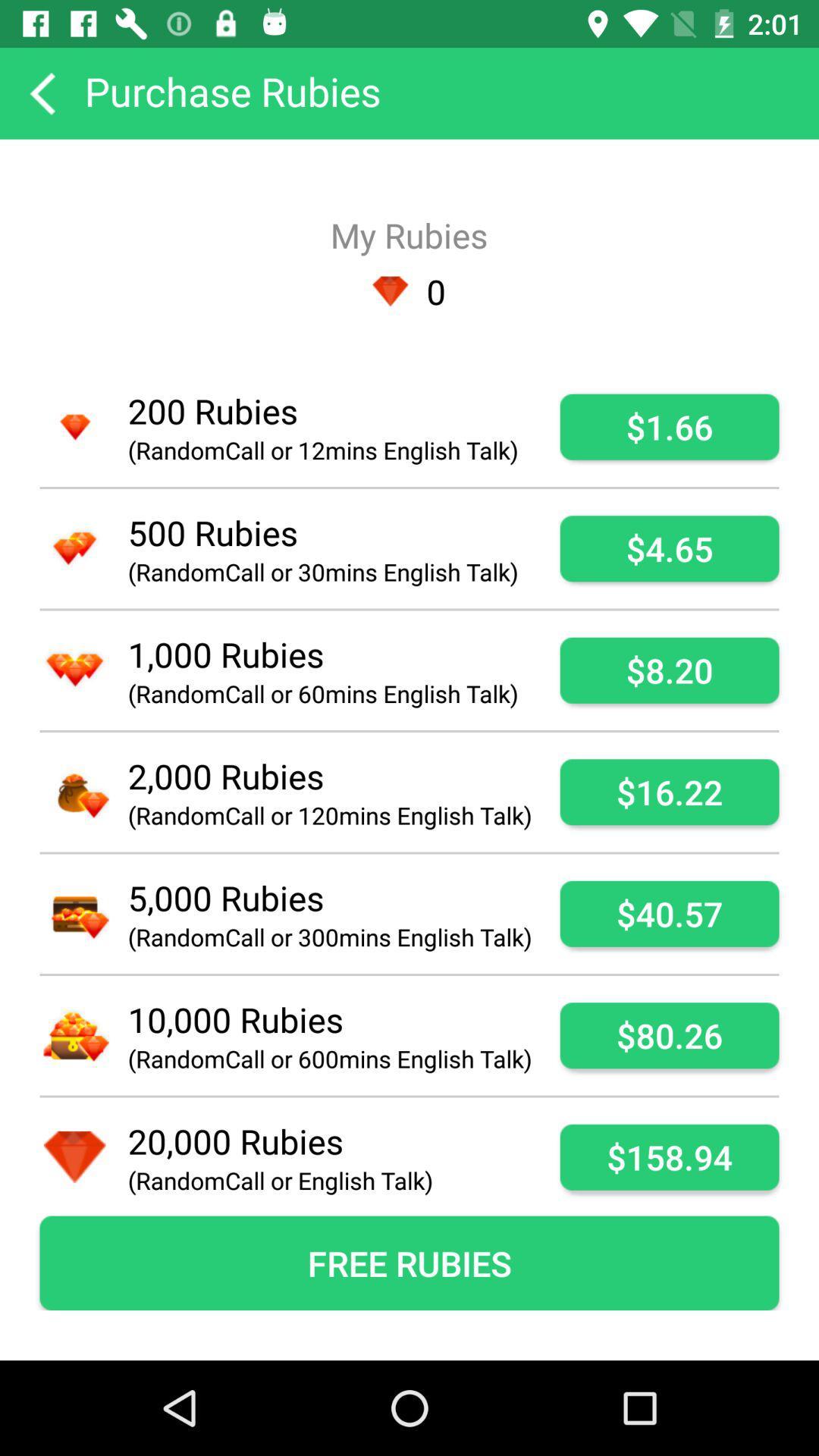 Image resolution: width=819 pixels, height=1456 pixels. I want to click on the $1.66 item, so click(669, 426).